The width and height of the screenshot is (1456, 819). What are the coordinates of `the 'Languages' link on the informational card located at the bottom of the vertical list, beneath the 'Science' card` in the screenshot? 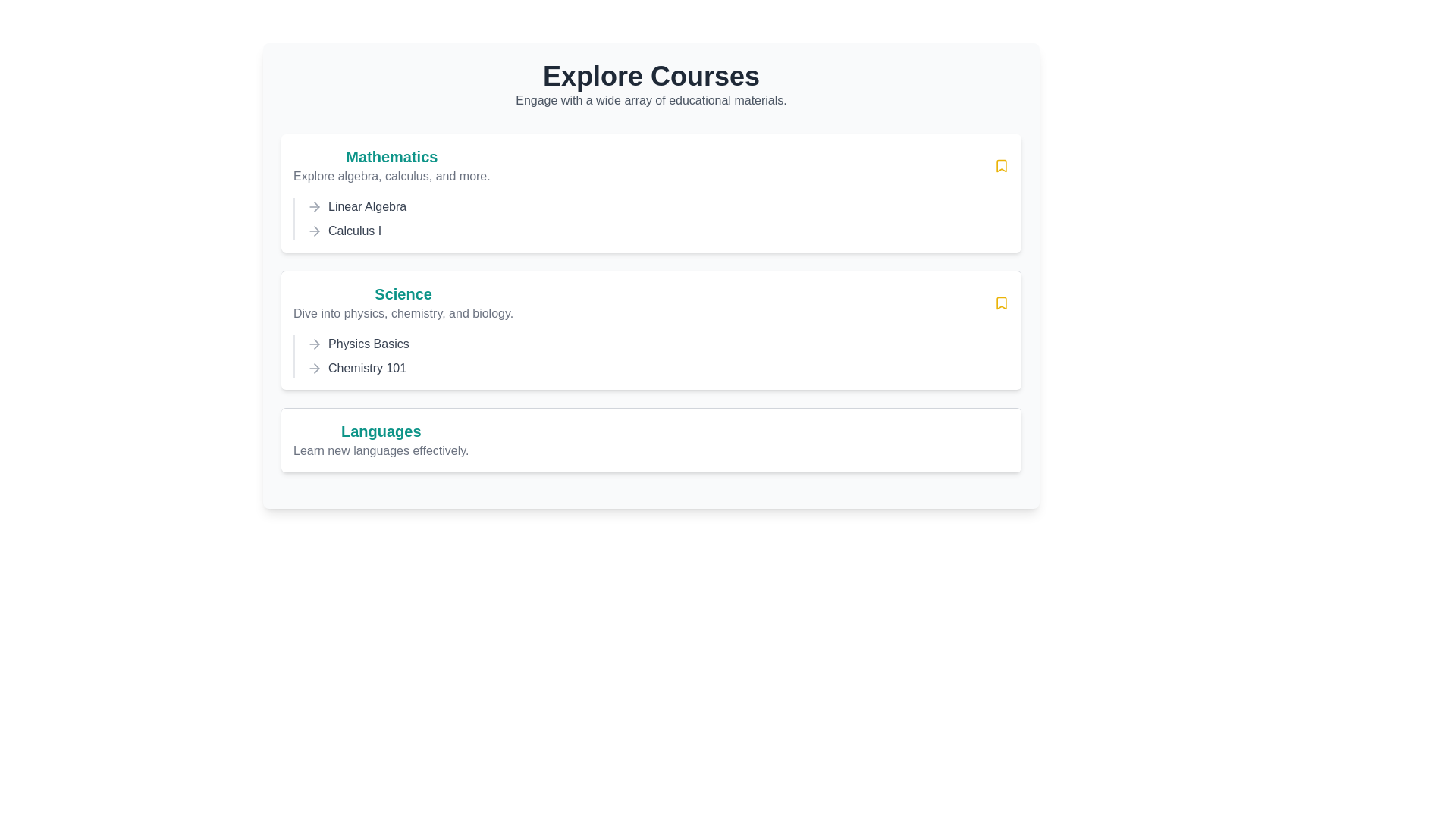 It's located at (651, 439).